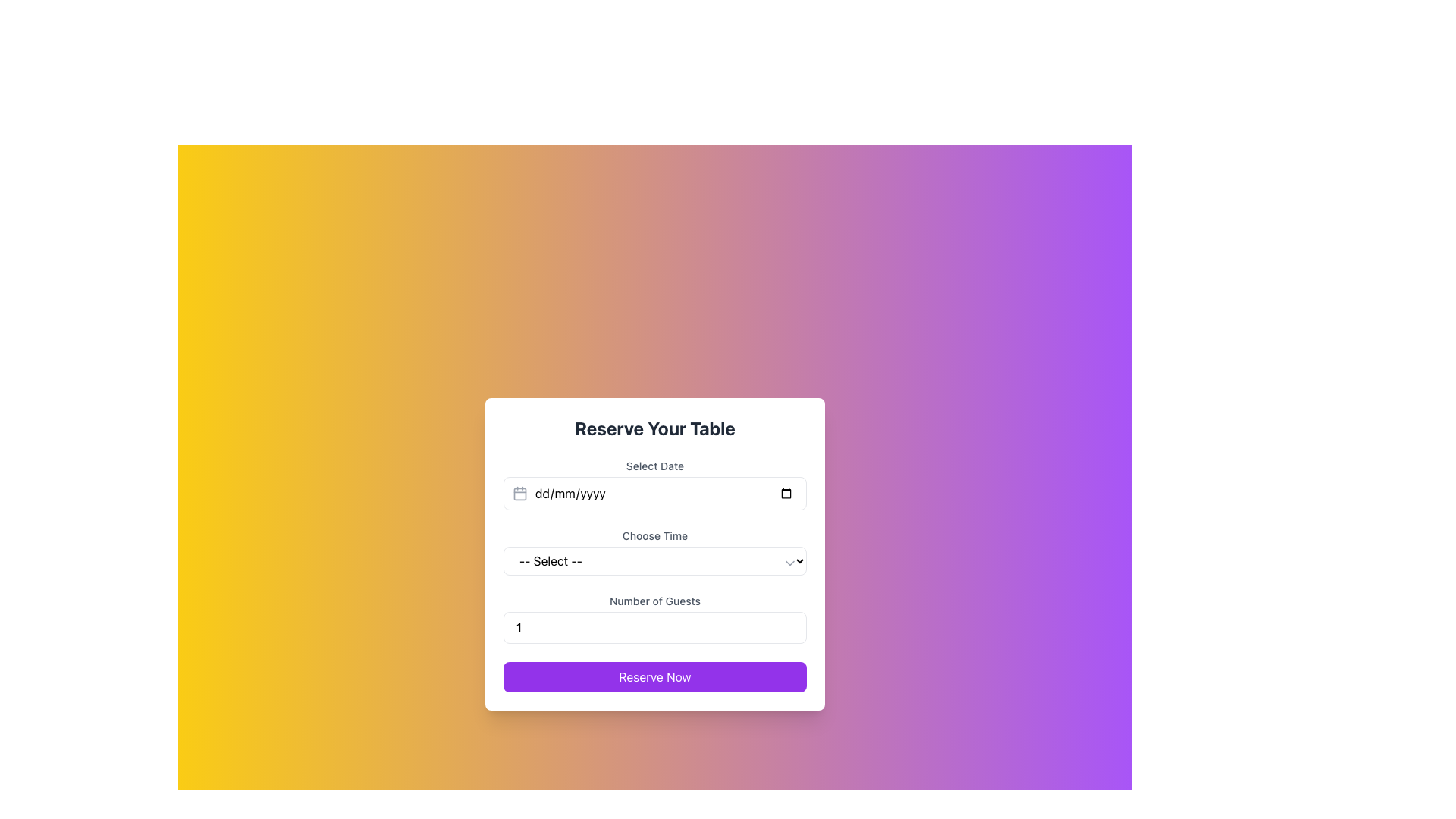 The image size is (1456, 819). What do you see at coordinates (655, 601) in the screenshot?
I see `the 'Number of Guests' text label, which is styled in a small, medium-weight, sans-serif font in a grayish tone, positioned above the numeric input field for specifying the number of guests` at bounding box center [655, 601].